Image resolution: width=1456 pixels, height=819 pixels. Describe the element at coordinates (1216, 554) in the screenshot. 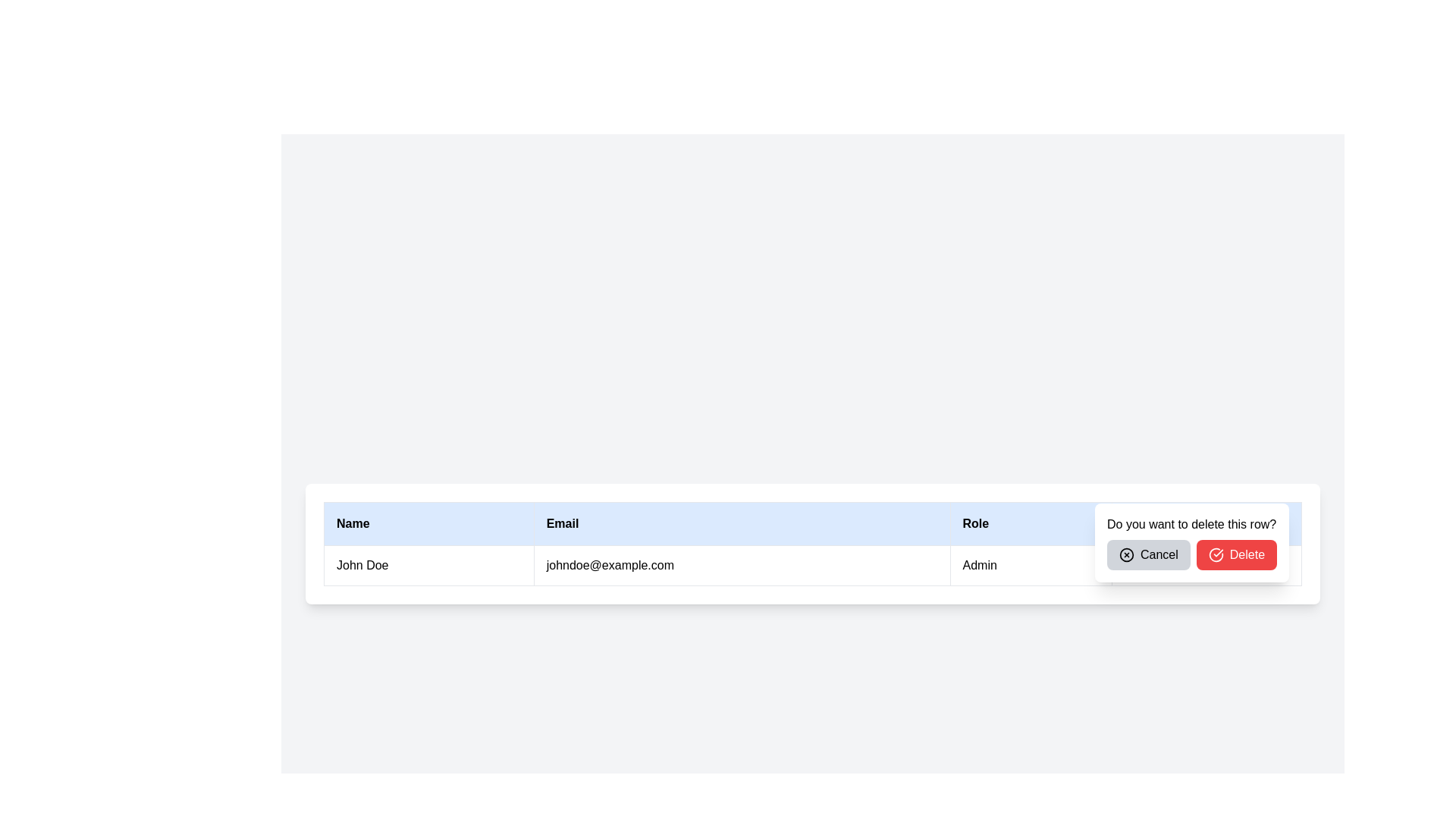

I see `the 'Delete' icon located to the left of the 'Delete' text within the button in the bottom-right section of the interface` at that location.